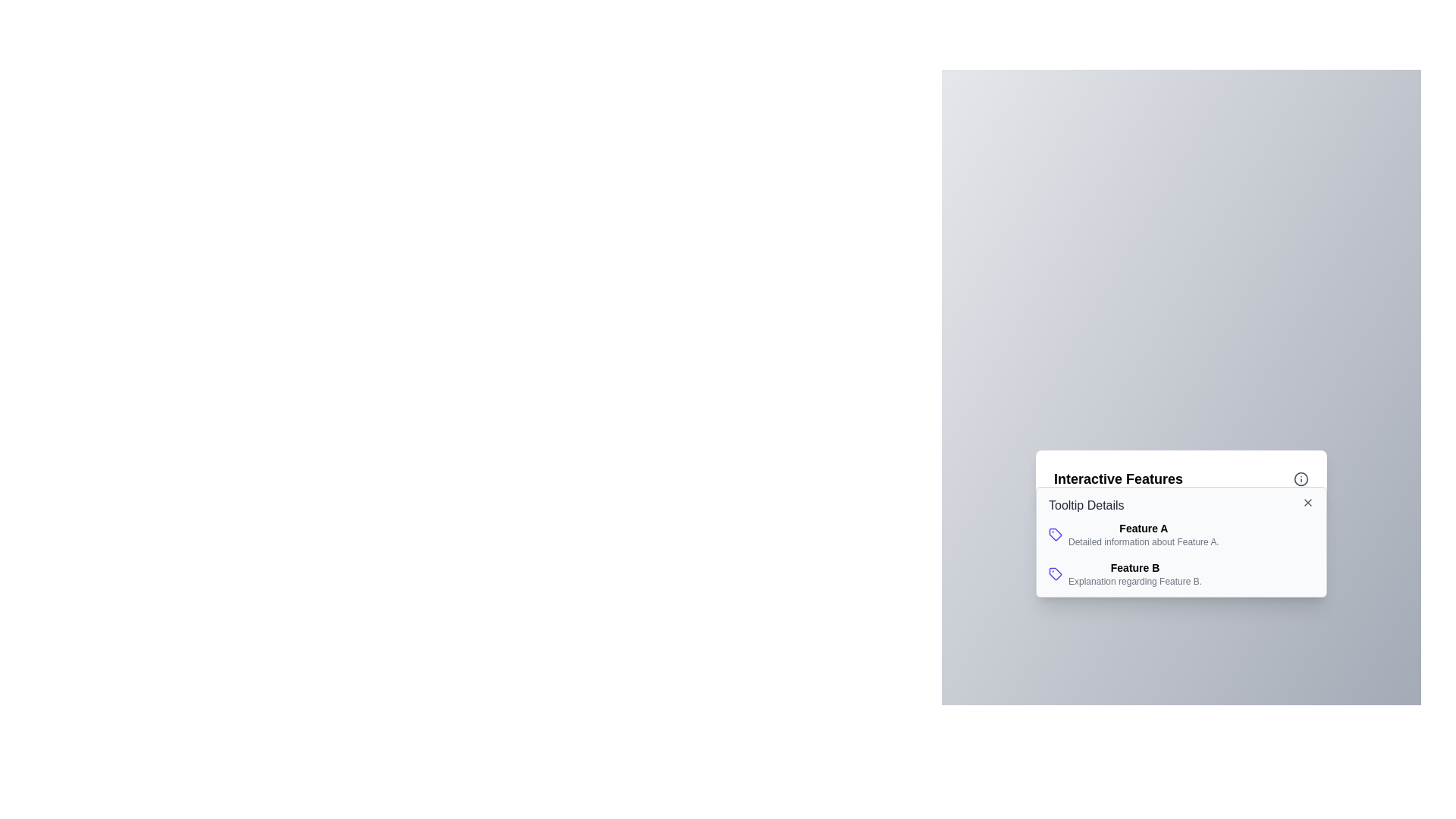 The image size is (1456, 819). Describe the element at coordinates (1055, 573) in the screenshot. I see `the SVG graphical element representing 'Feature A' in the 'Tooltip Details' section of the 'Interactive Features' panel` at that location.